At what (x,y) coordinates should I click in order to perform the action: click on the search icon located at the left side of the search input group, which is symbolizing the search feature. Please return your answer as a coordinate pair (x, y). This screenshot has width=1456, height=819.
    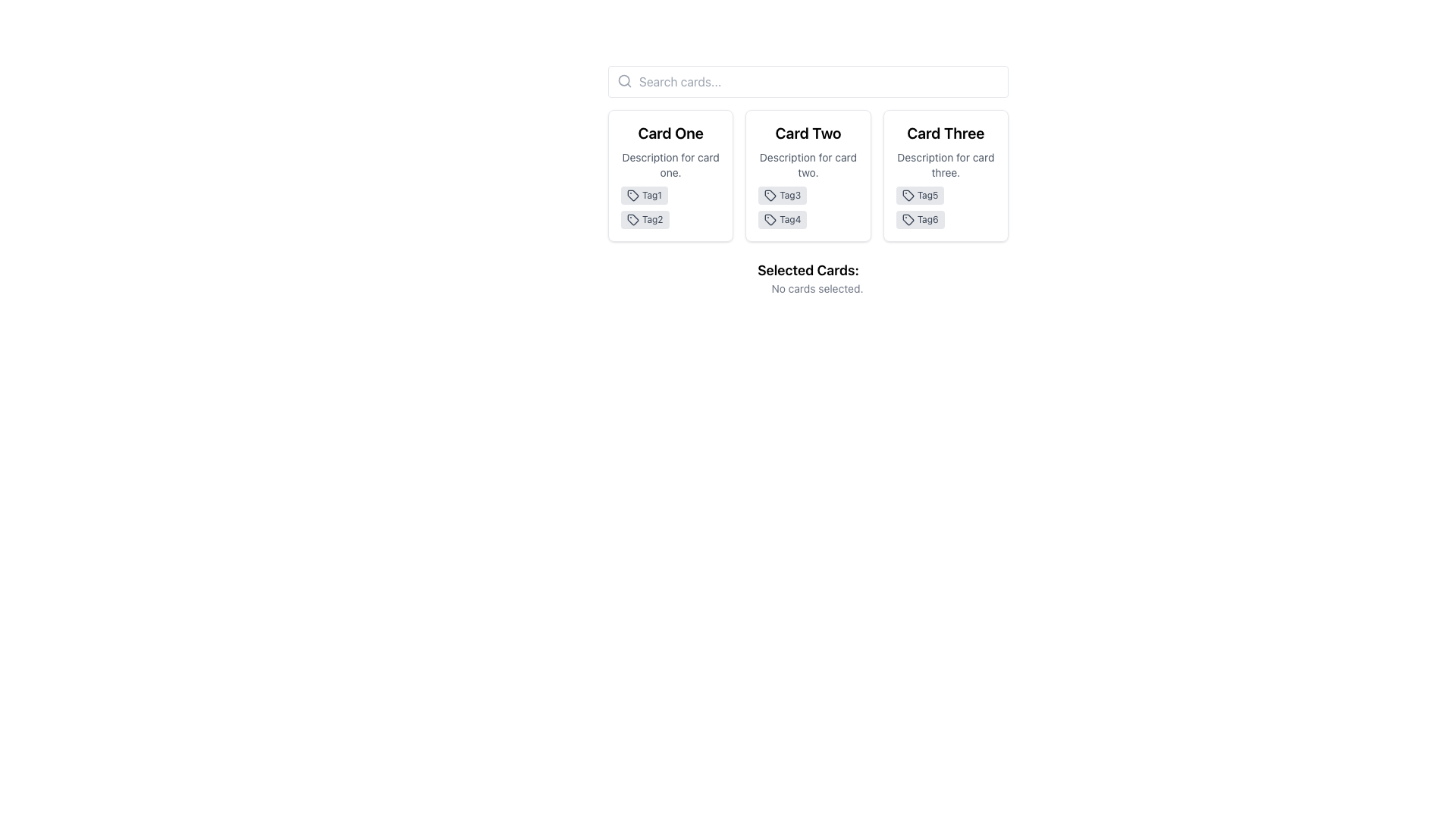
    Looking at the image, I should click on (625, 81).